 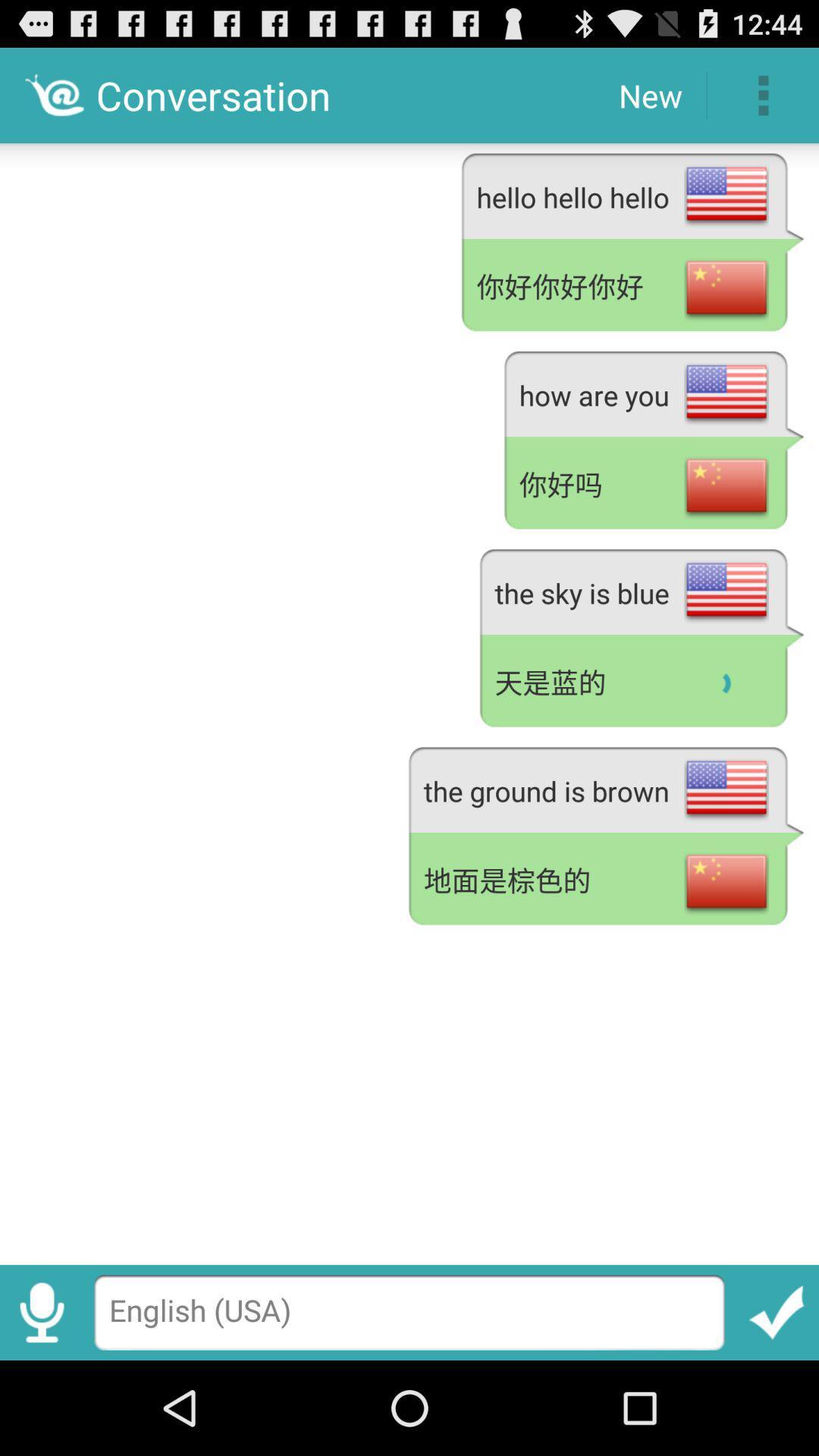 I want to click on icon next to the new icon, so click(x=763, y=94).